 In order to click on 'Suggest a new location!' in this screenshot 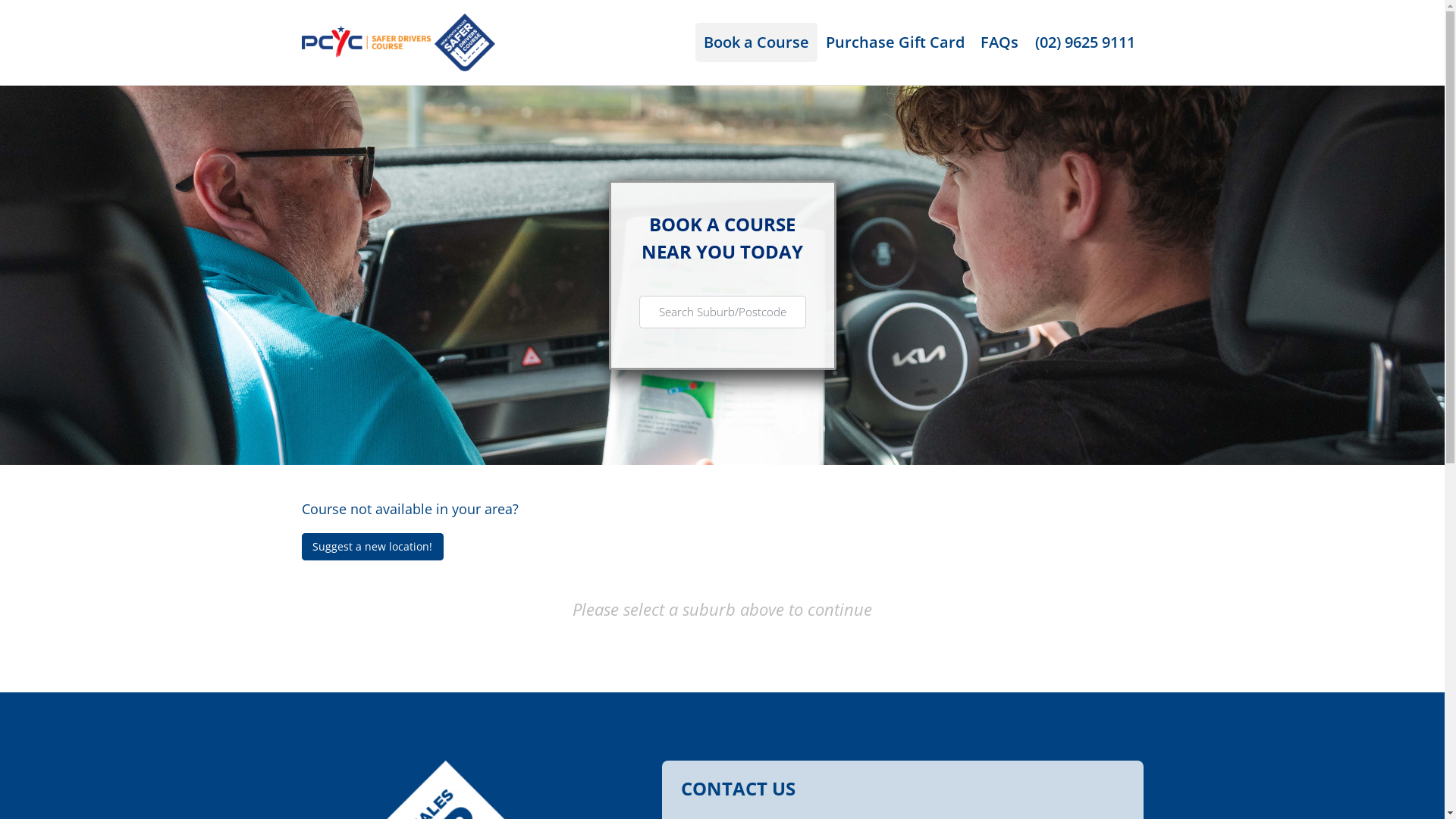, I will do `click(302, 547)`.